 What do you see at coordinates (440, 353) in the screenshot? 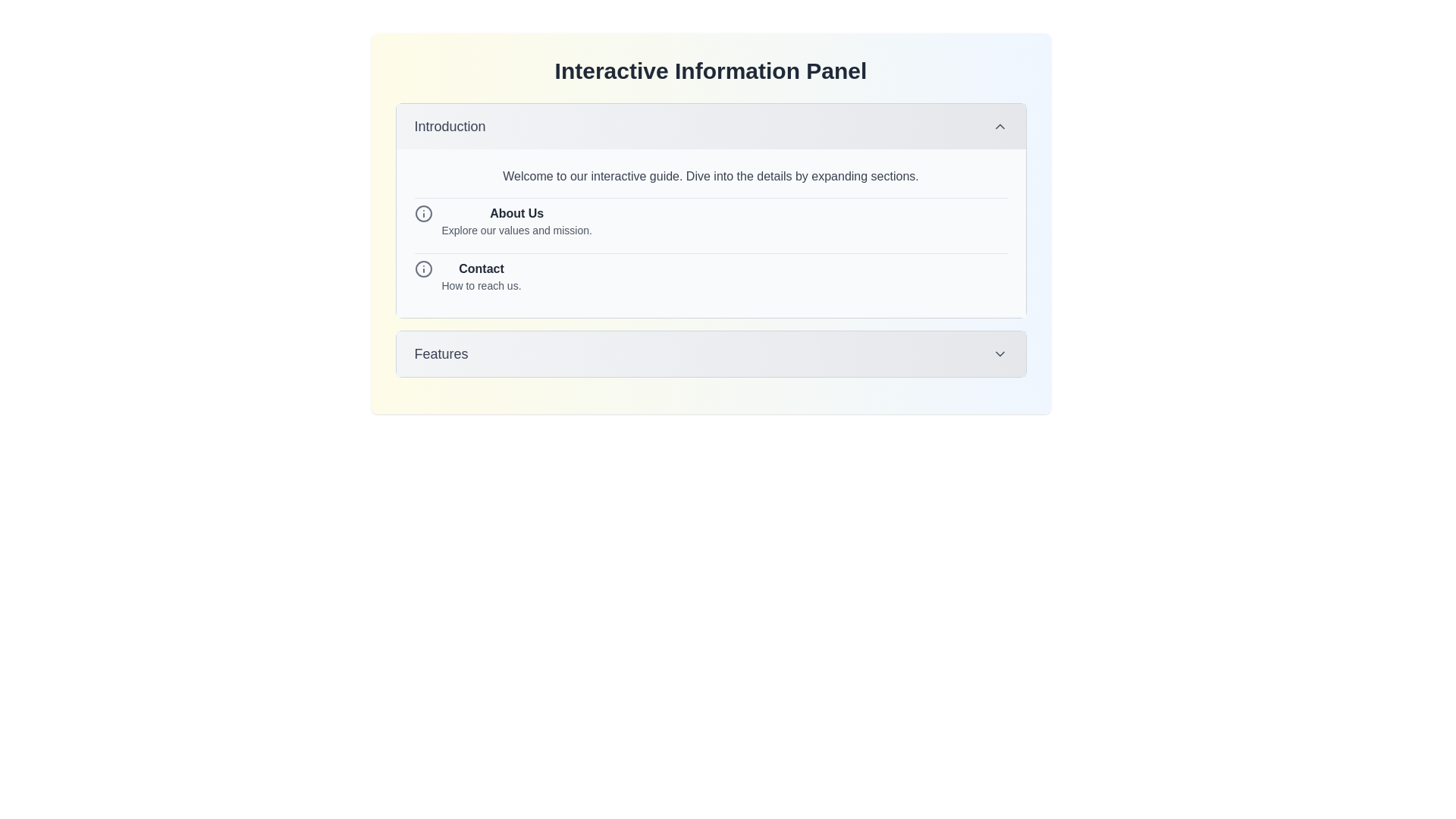
I see `the Text label that serves as a title for the 'Features' section, located in the lower section of the Interactive Information Panel, aligned to the left of a downward-pointing chevron icon` at bounding box center [440, 353].